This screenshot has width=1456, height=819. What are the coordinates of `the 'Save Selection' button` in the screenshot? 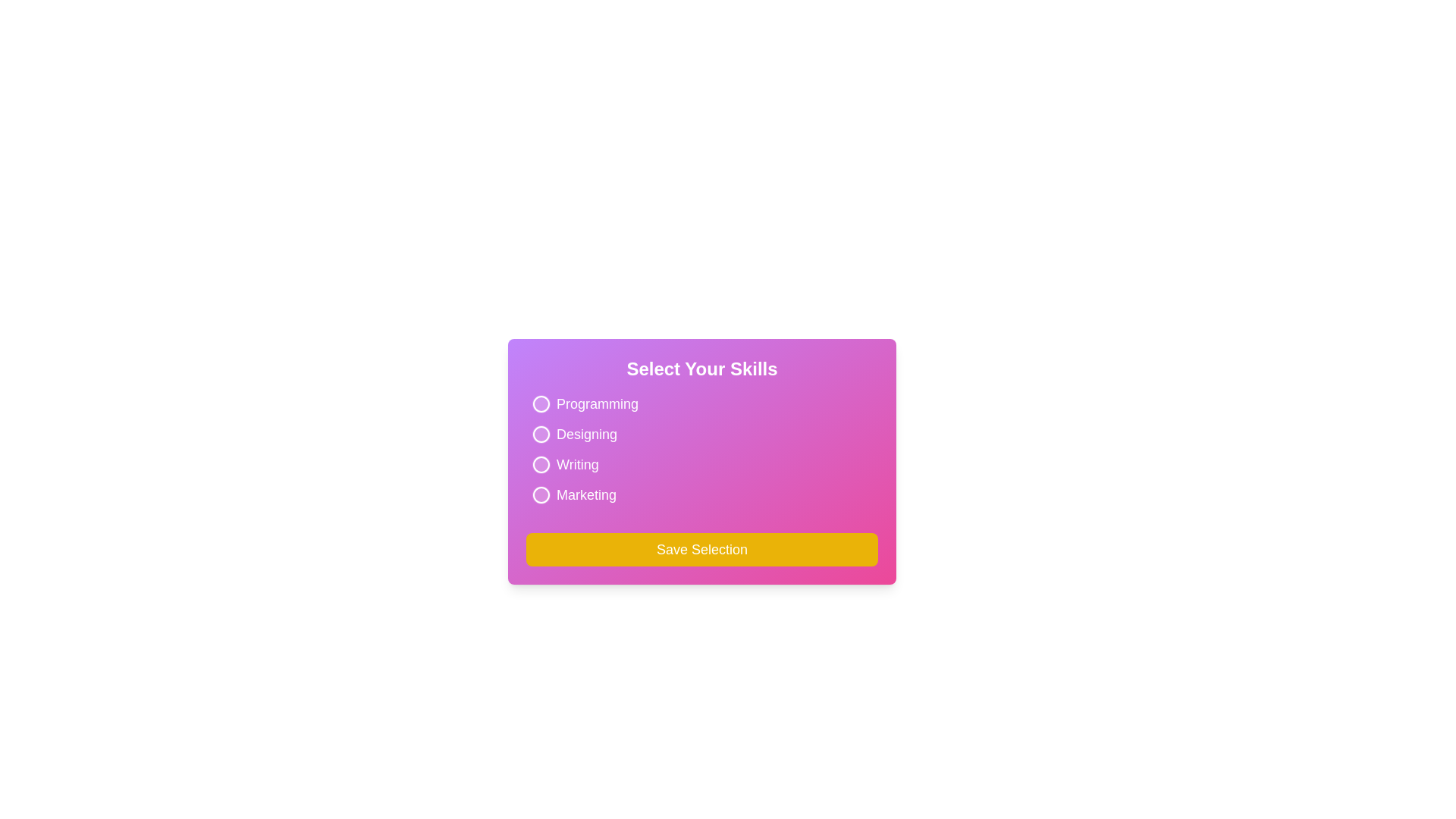 It's located at (701, 550).